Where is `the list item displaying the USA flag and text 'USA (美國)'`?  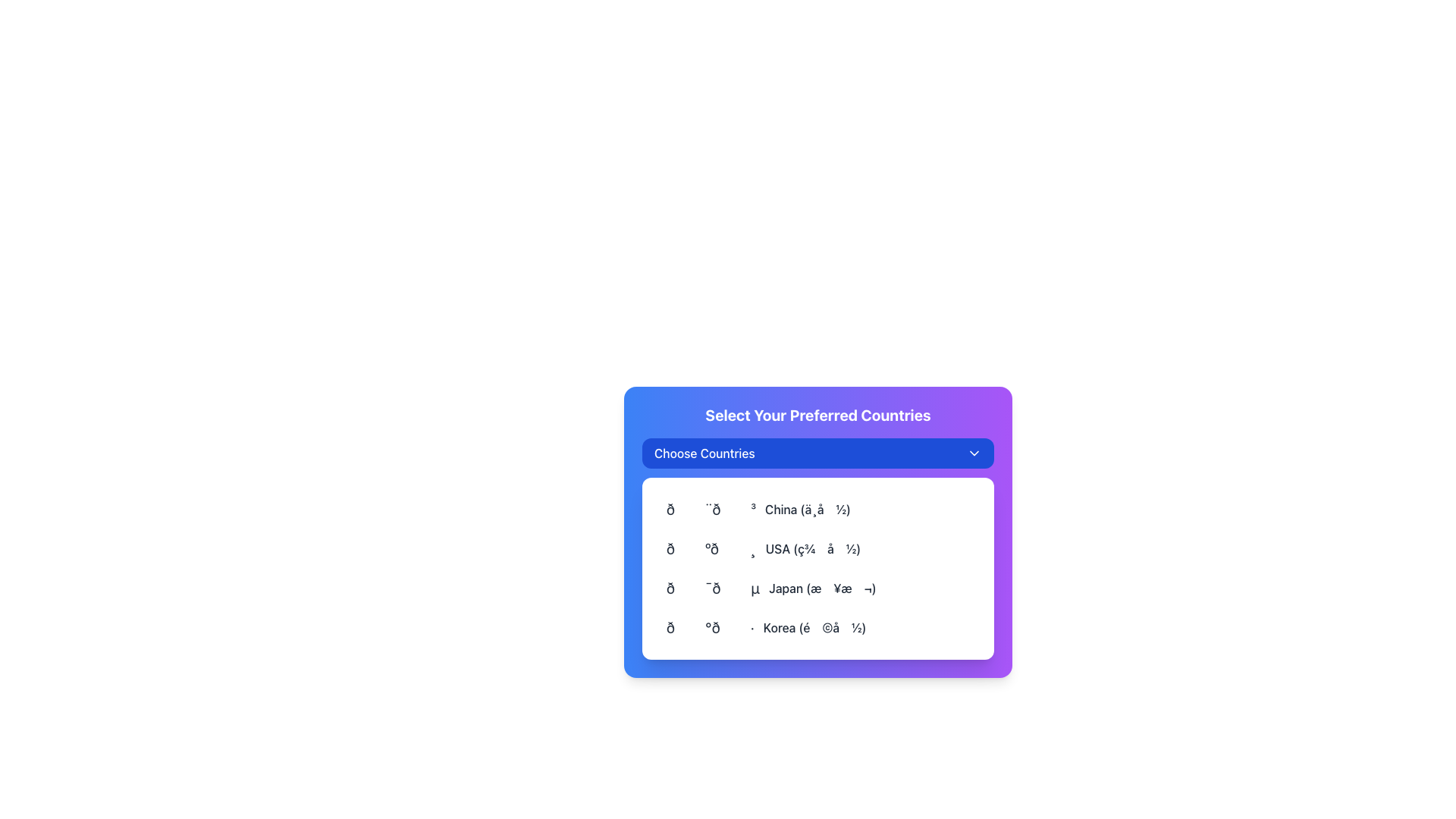
the list item displaying the USA flag and text 'USA (美國)' is located at coordinates (764, 549).